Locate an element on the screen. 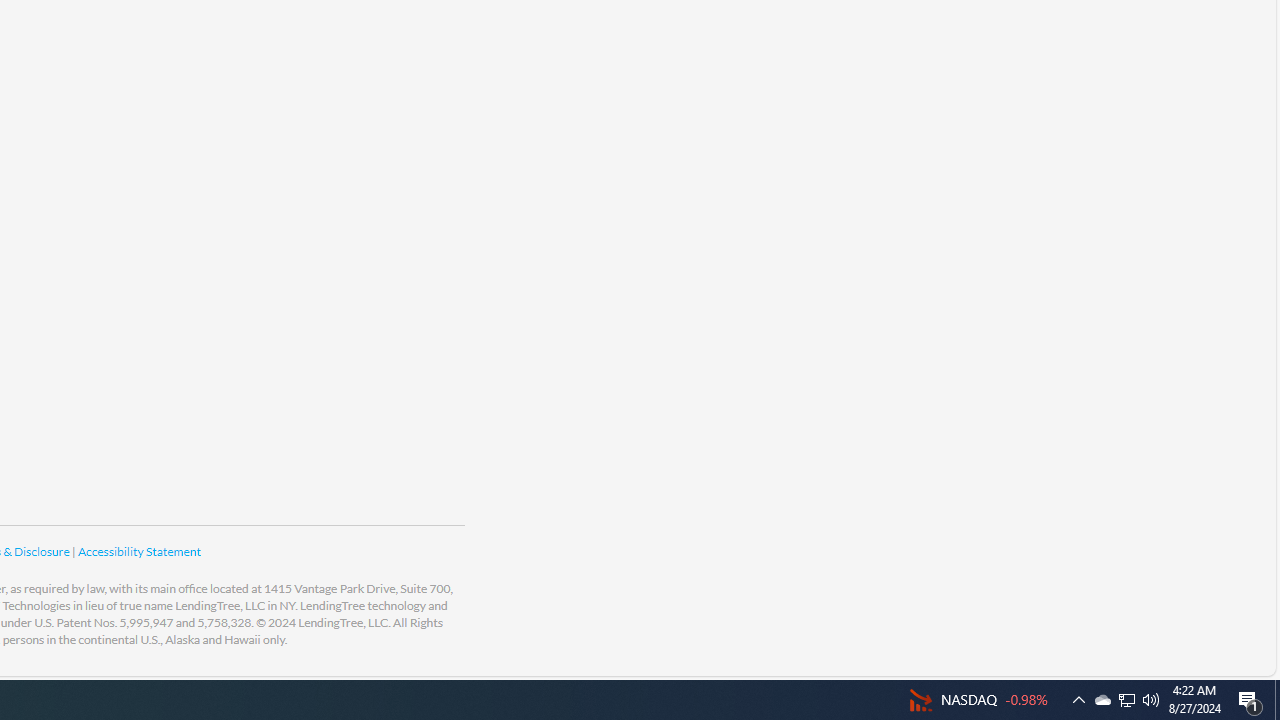 Image resolution: width=1280 pixels, height=720 pixels. 'Accessibility Statement' is located at coordinates (137, 551).